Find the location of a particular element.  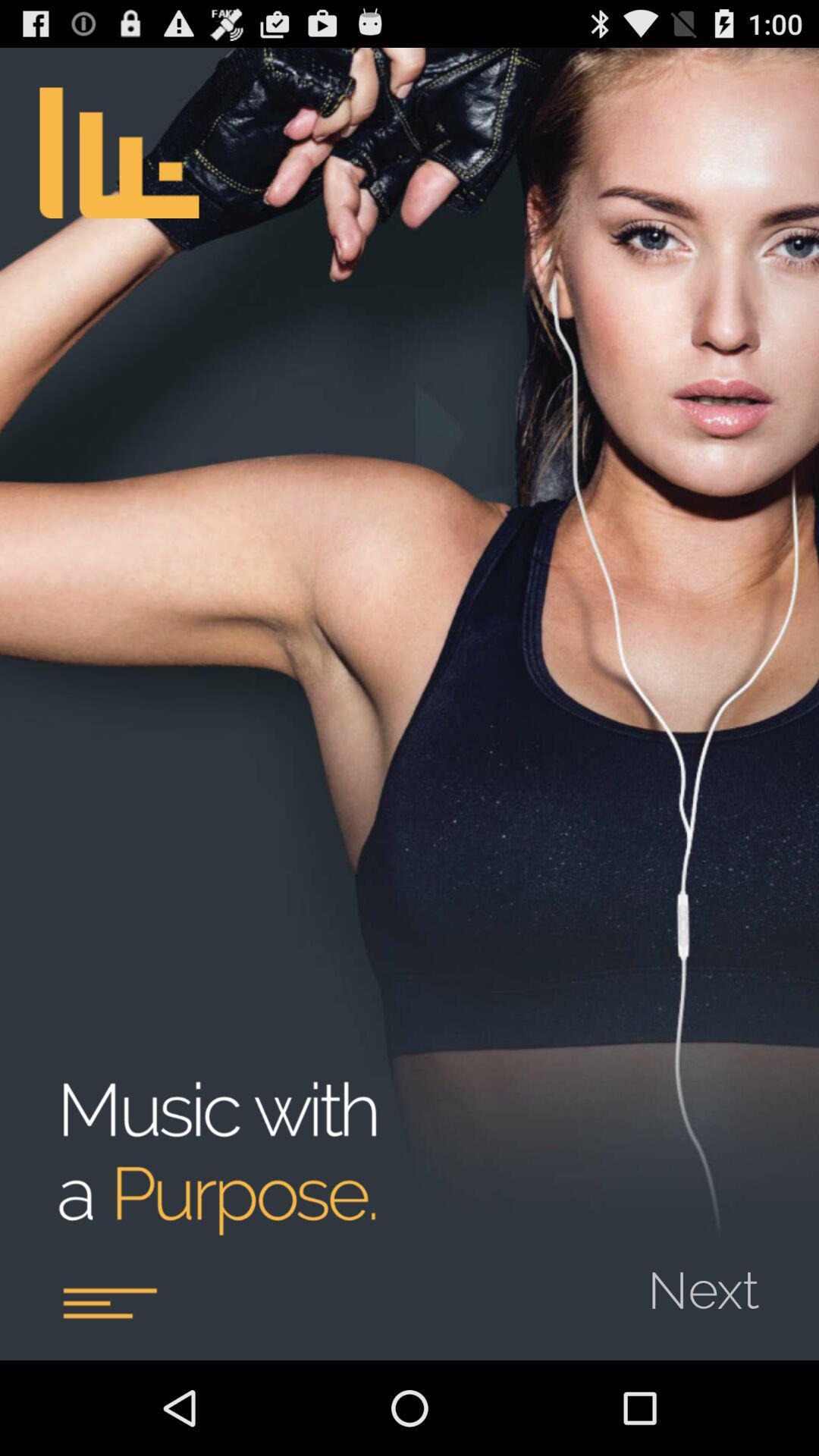

the icon to the left of next item is located at coordinates (108, 1302).